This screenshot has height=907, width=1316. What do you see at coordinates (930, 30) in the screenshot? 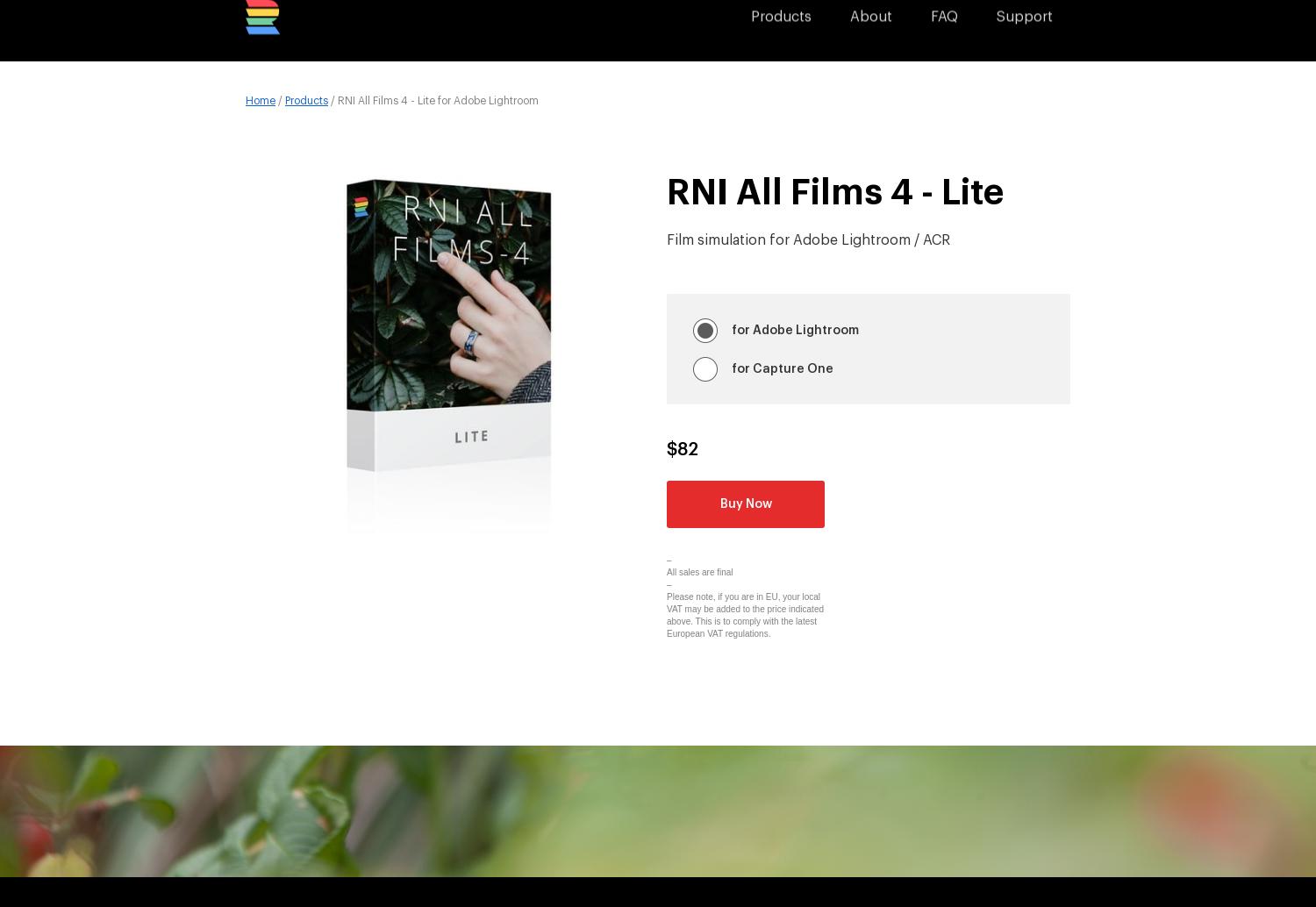
I see `'FAQ'` at bounding box center [930, 30].